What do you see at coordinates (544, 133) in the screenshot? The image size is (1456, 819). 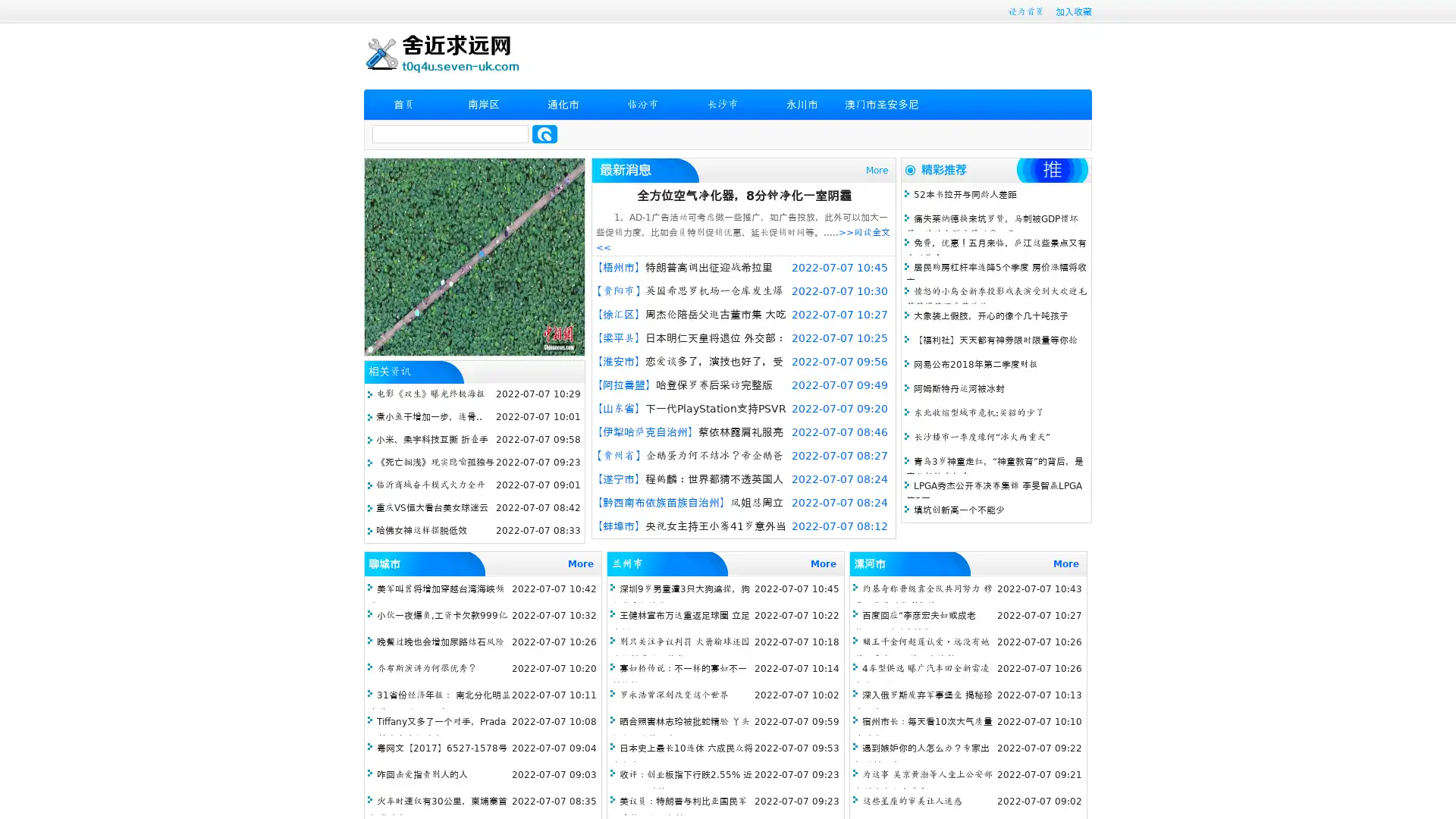 I see `Search` at bounding box center [544, 133].